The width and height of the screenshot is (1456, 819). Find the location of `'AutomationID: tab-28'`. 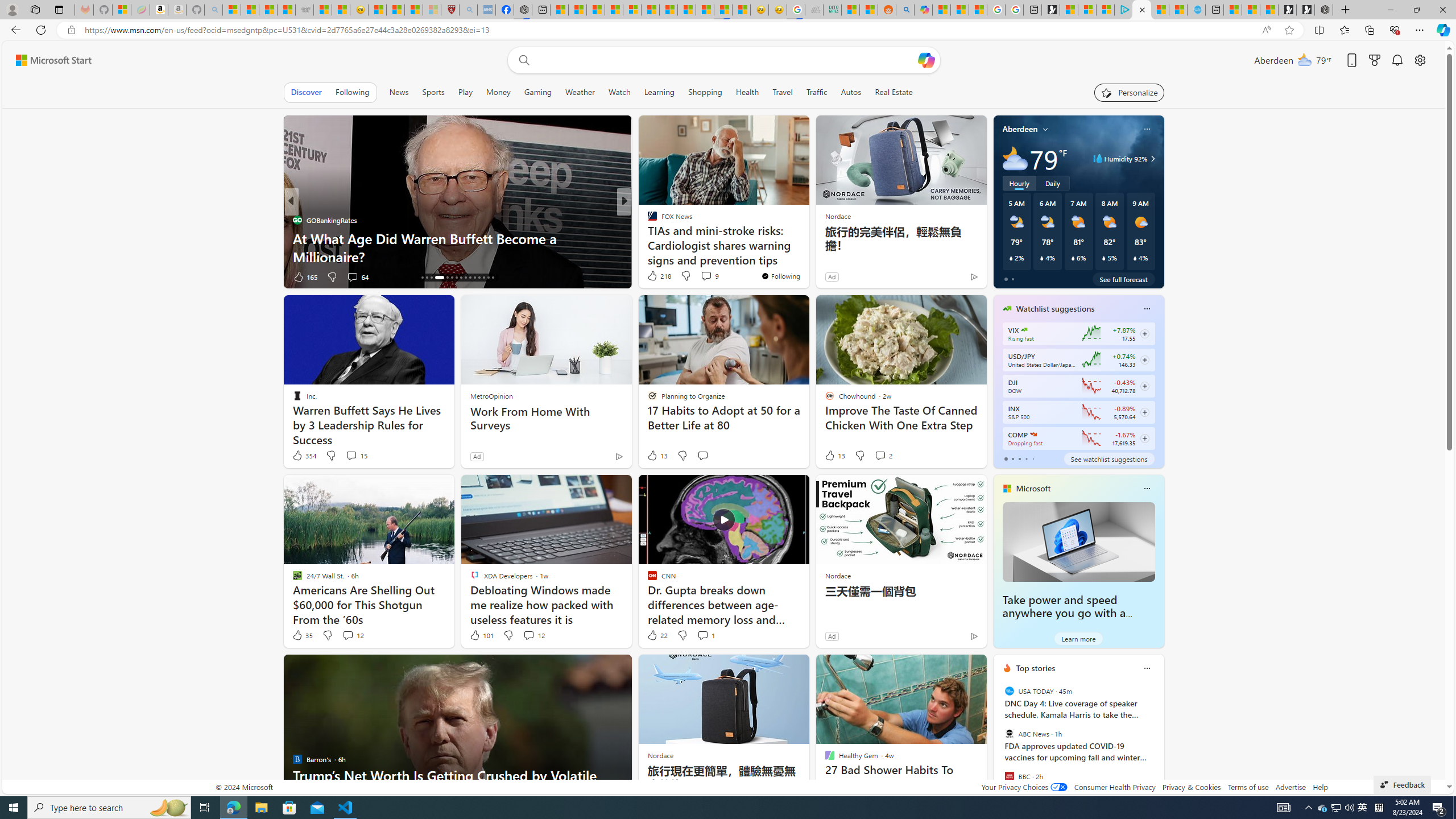

'AutomationID: tab-28' is located at coordinates (482, 277).